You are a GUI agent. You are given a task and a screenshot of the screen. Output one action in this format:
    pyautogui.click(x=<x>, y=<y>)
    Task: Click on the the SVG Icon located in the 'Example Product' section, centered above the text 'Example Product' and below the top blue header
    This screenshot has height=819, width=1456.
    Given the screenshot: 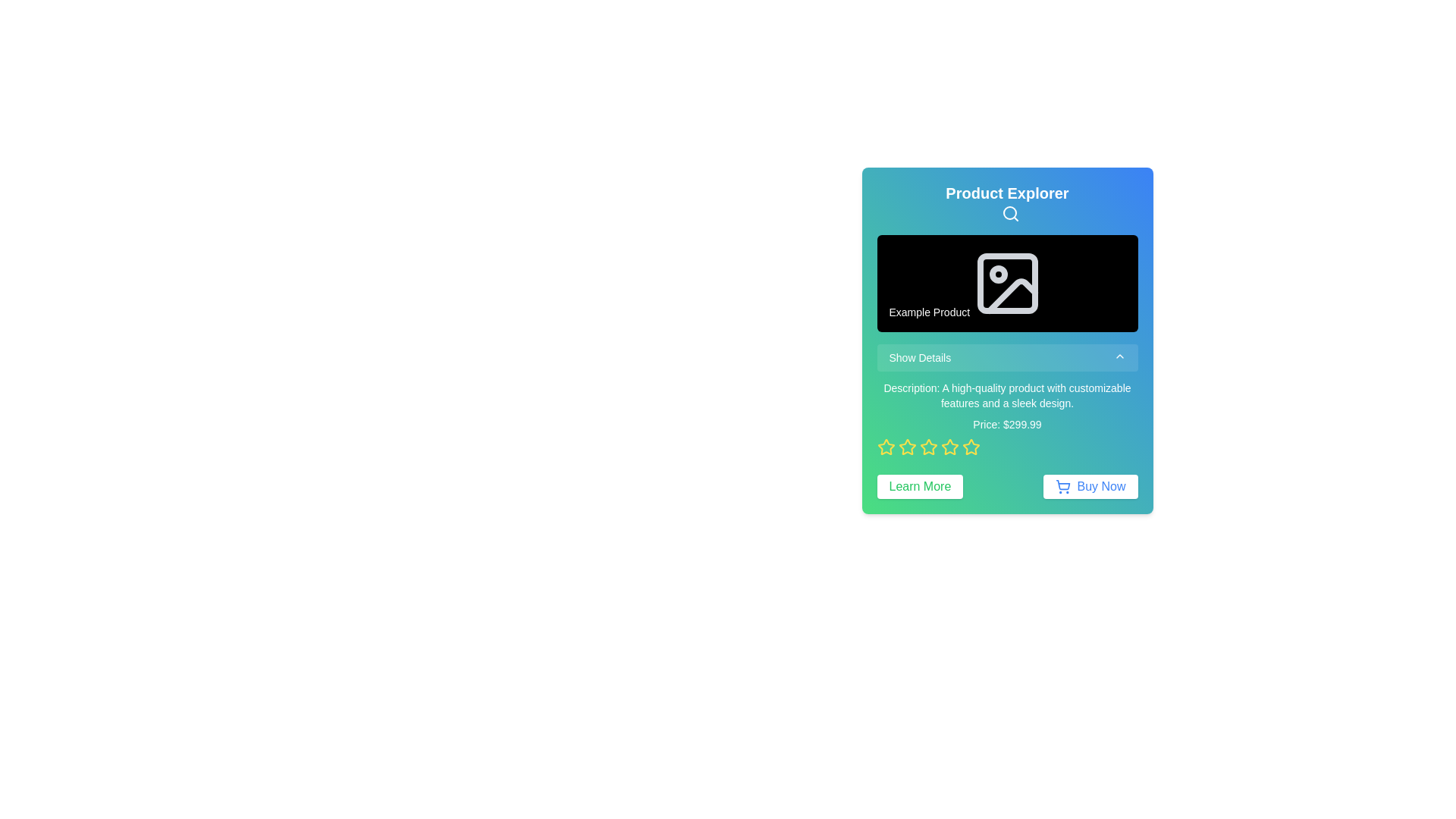 What is the action you would take?
    pyautogui.click(x=1007, y=283)
    